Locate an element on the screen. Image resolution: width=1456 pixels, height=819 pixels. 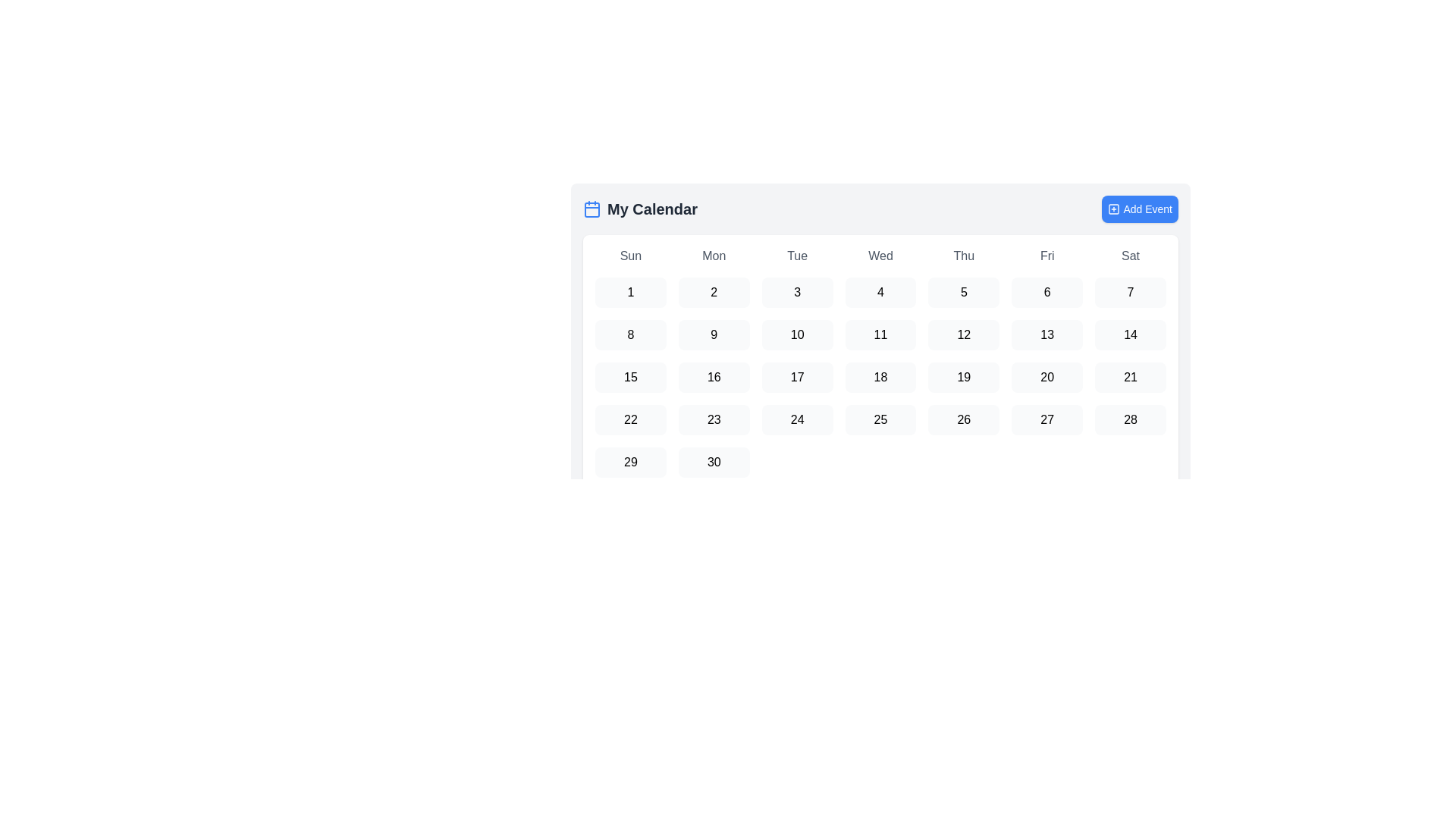
the 'Add Event' button located at the top-right corner of the calendar interface, which contains a graphic element representing a plus symbol is located at coordinates (1114, 209).